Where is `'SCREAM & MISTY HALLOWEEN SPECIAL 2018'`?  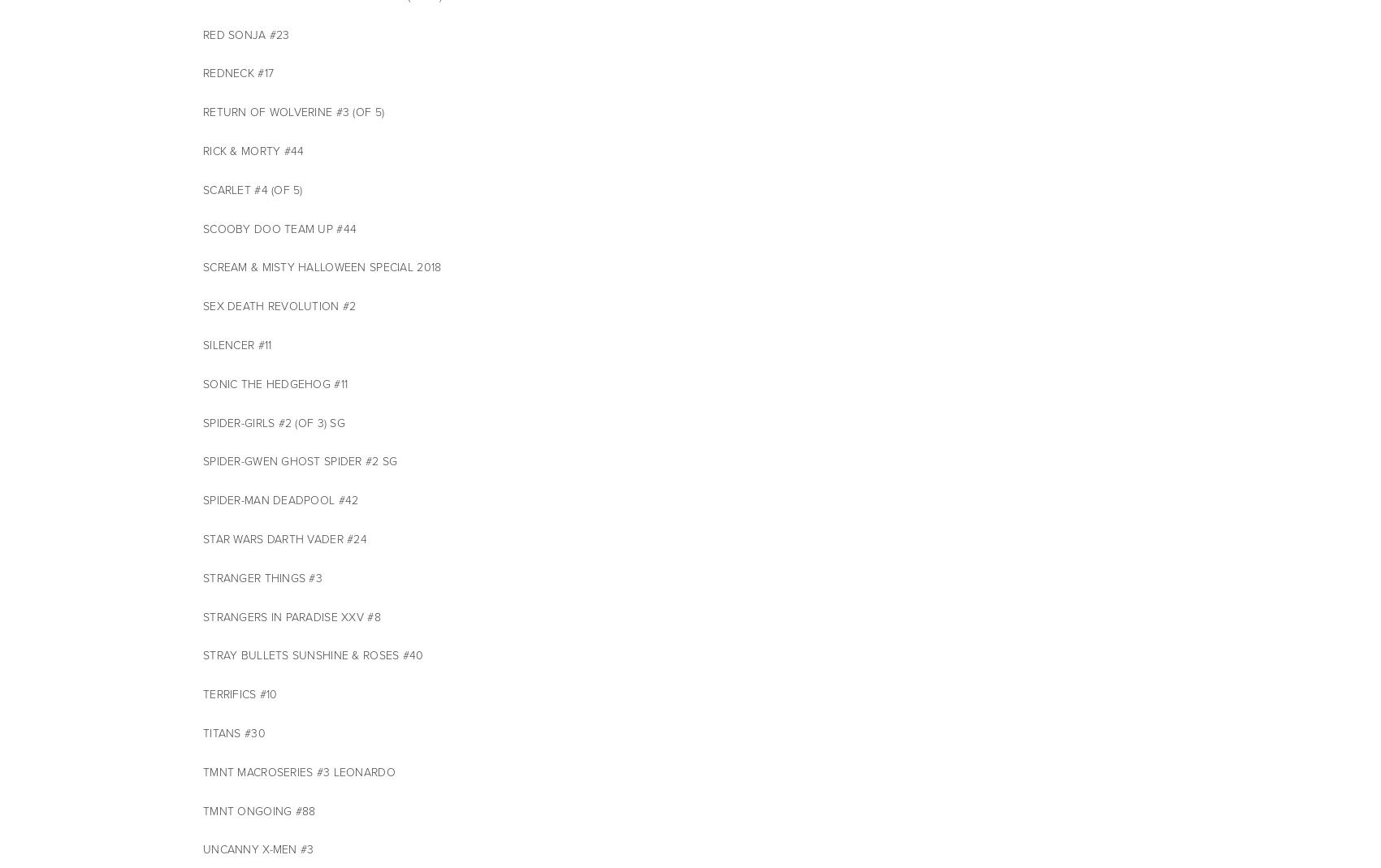 'SCREAM & MISTY HALLOWEEN SPECIAL 2018' is located at coordinates (203, 267).